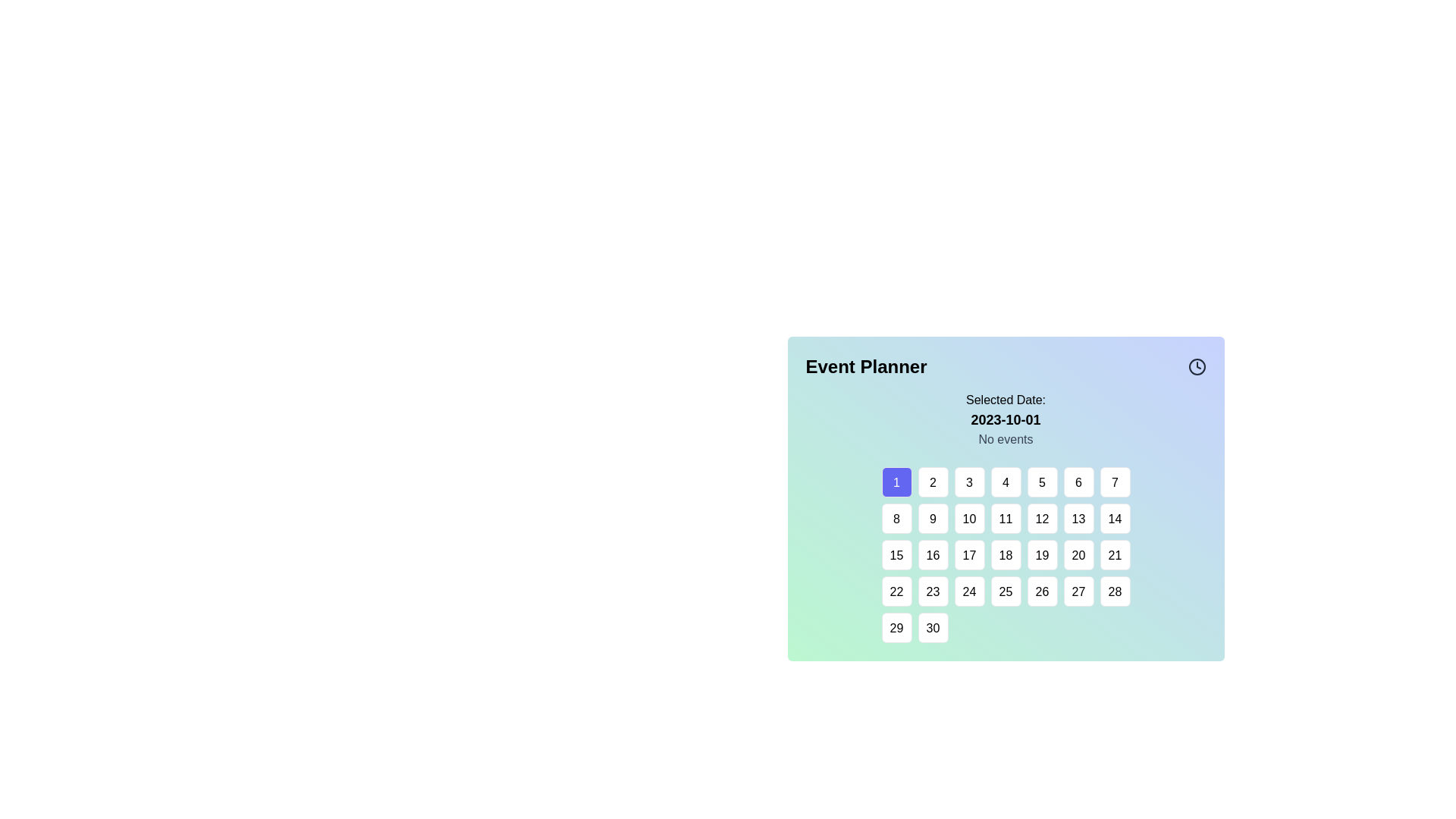  Describe the element at coordinates (896, 517) in the screenshot. I see `the button representing the 8th day in the calendar view` at that location.